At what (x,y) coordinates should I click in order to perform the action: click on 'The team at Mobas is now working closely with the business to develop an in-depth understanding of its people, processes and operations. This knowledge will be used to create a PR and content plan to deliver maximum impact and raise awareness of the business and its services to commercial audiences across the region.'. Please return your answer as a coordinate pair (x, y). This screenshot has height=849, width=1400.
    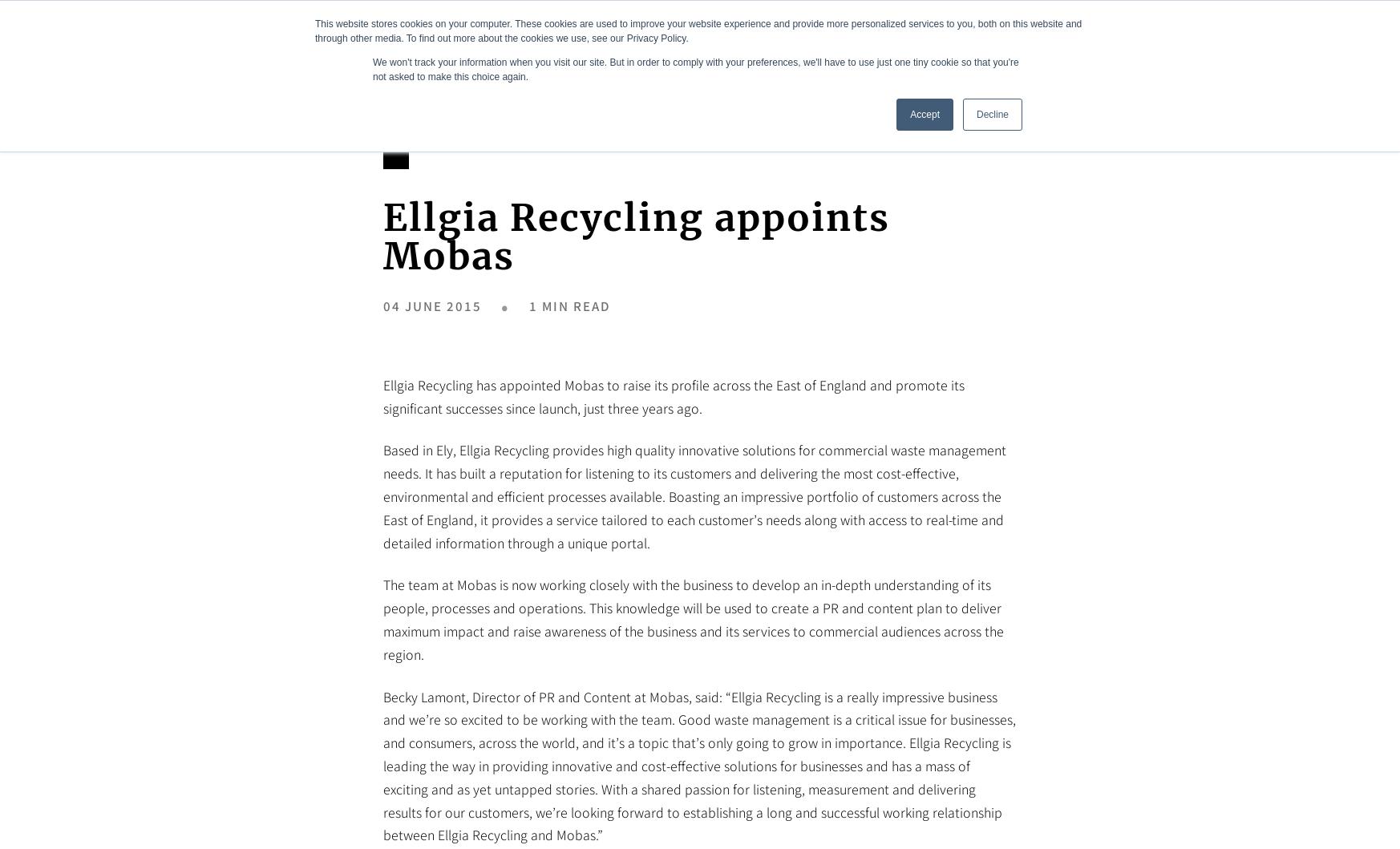
    Looking at the image, I should click on (693, 618).